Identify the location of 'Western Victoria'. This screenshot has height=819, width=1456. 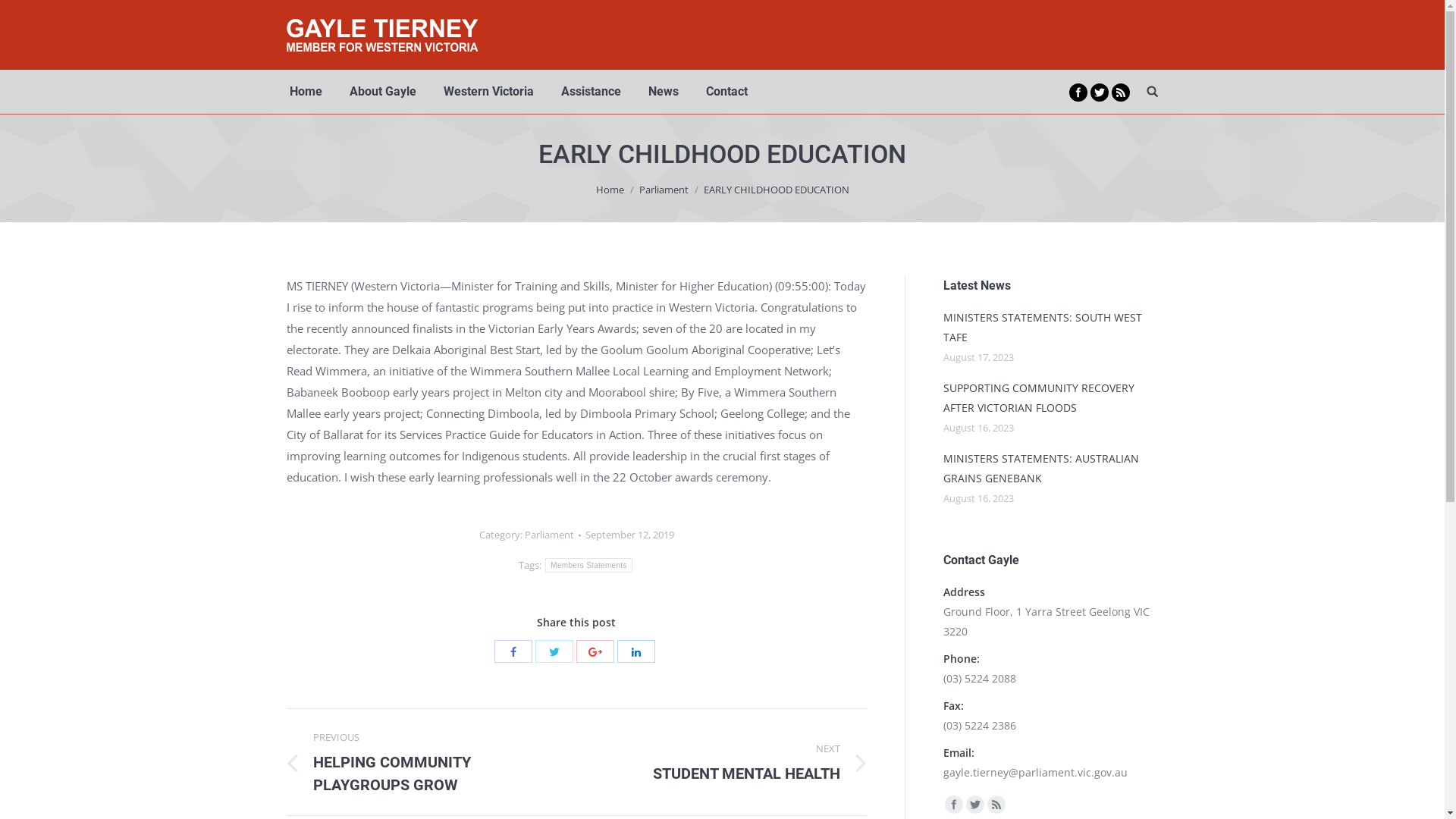
(488, 91).